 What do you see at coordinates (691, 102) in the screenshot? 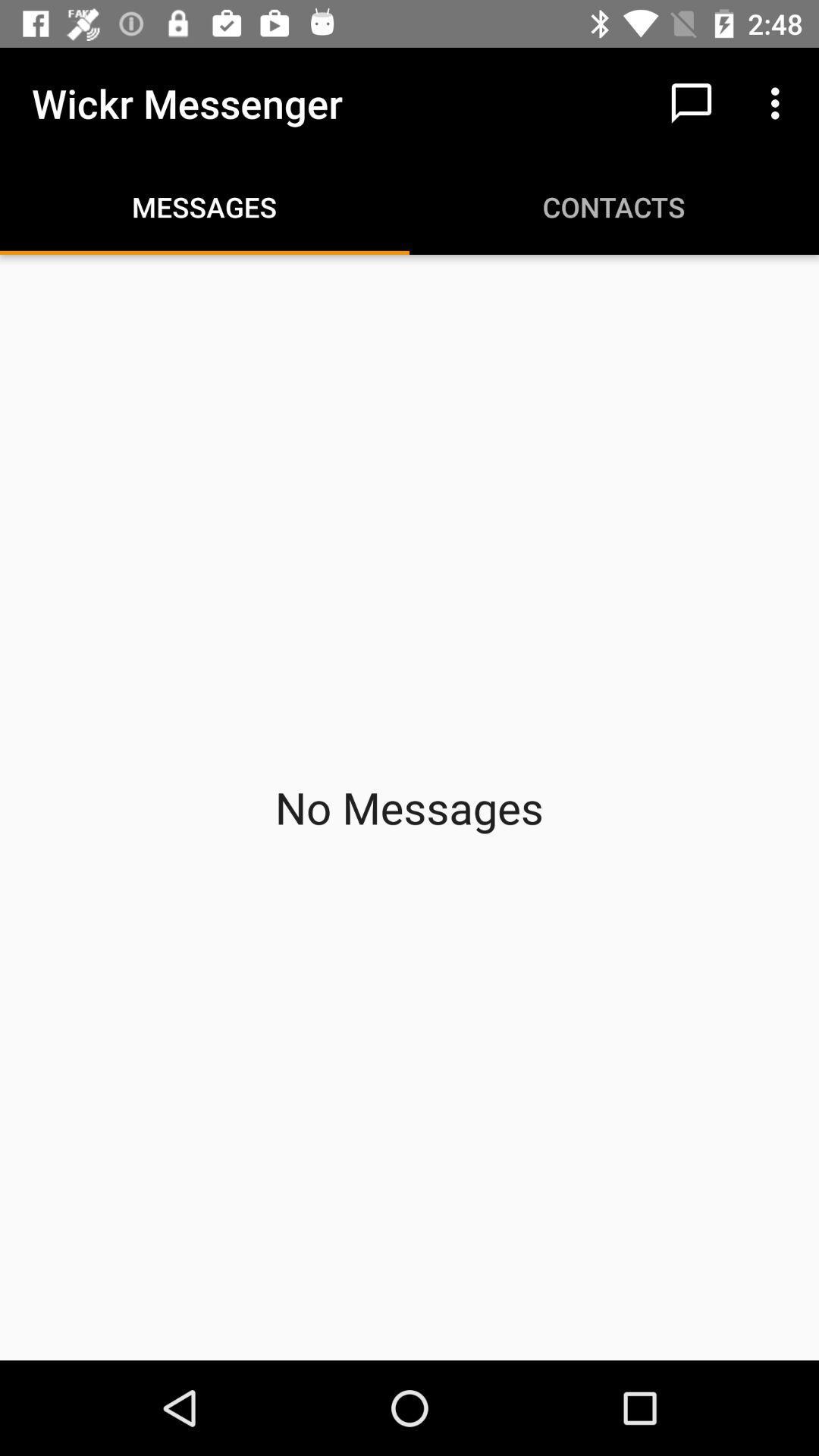
I see `app to the right of the wickr messenger item` at bounding box center [691, 102].